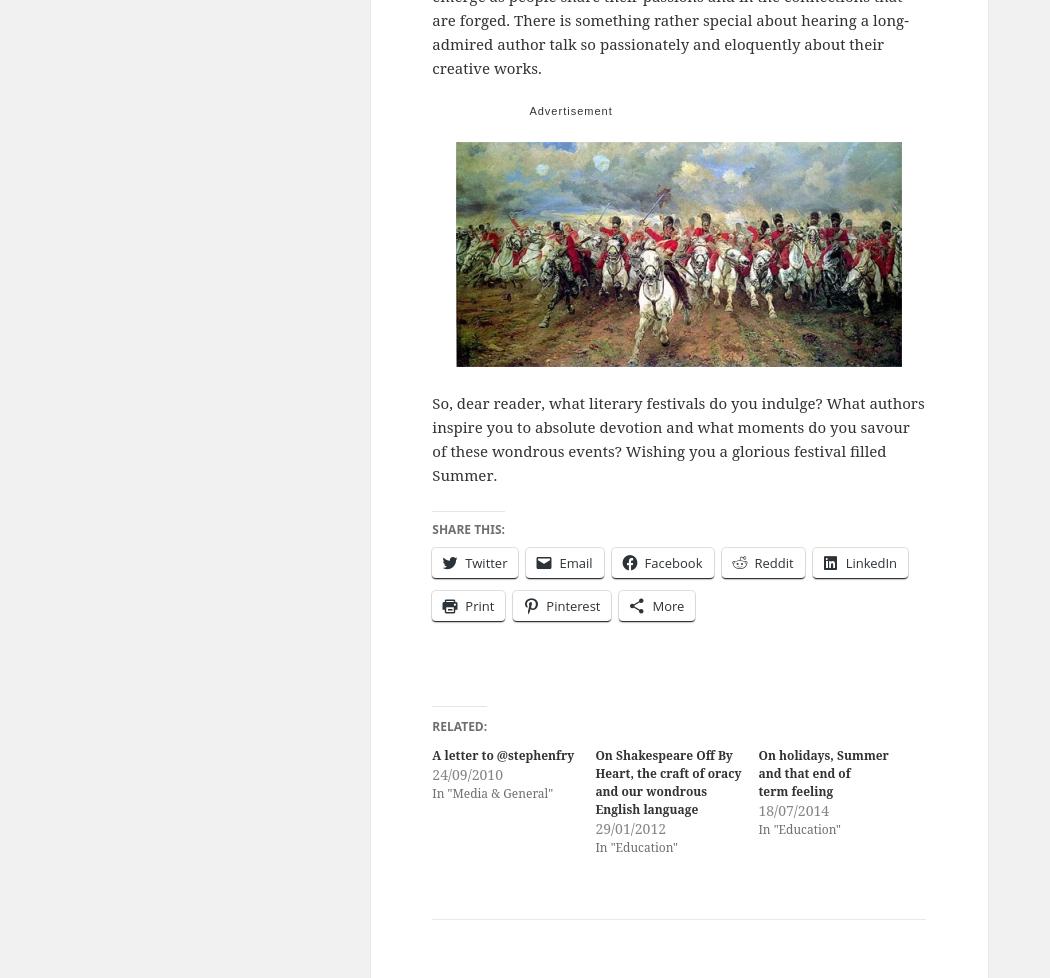  I want to click on 'Pinterest', so click(546, 604).